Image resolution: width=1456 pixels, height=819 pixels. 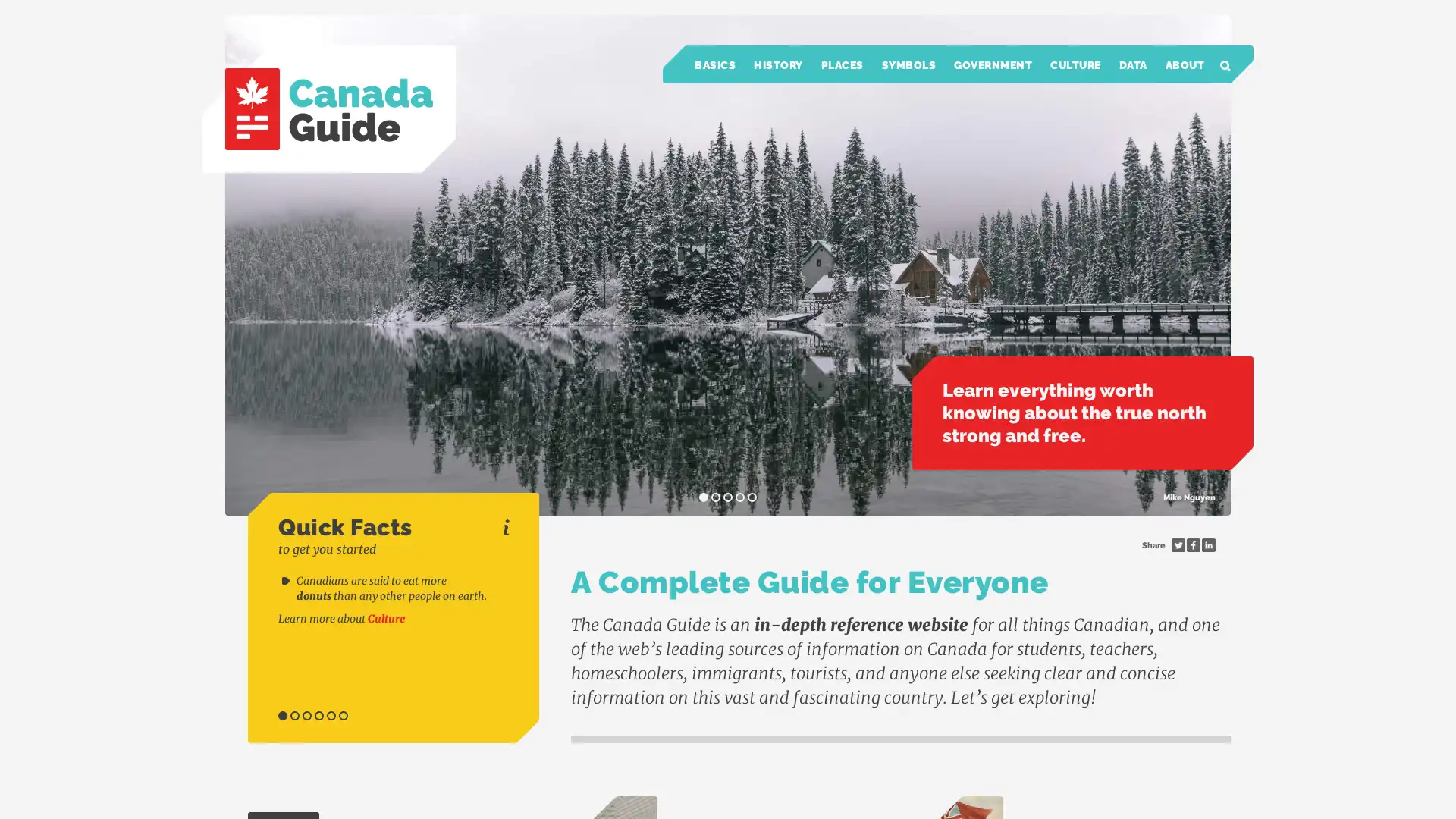 I want to click on Go to slide 1, so click(x=702, y=497).